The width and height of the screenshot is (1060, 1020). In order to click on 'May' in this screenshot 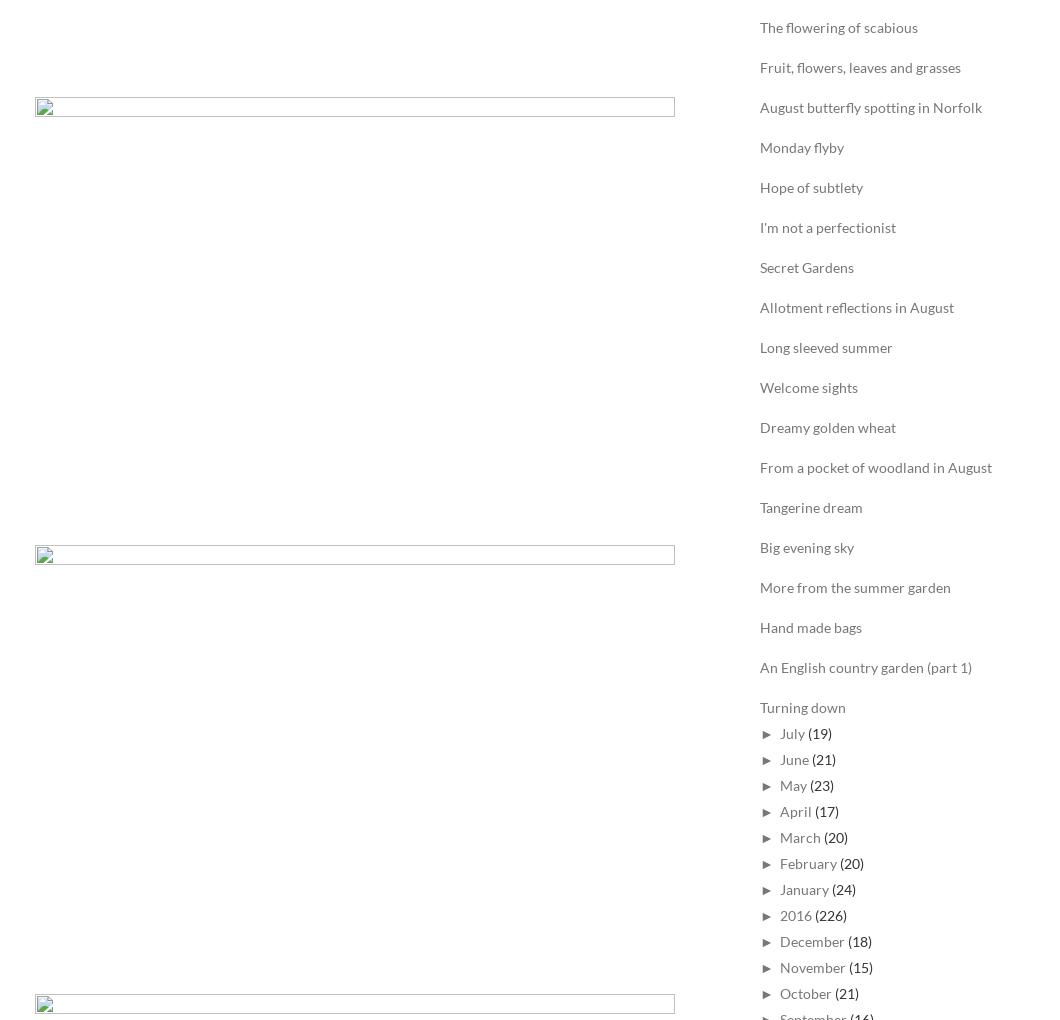, I will do `click(791, 784)`.